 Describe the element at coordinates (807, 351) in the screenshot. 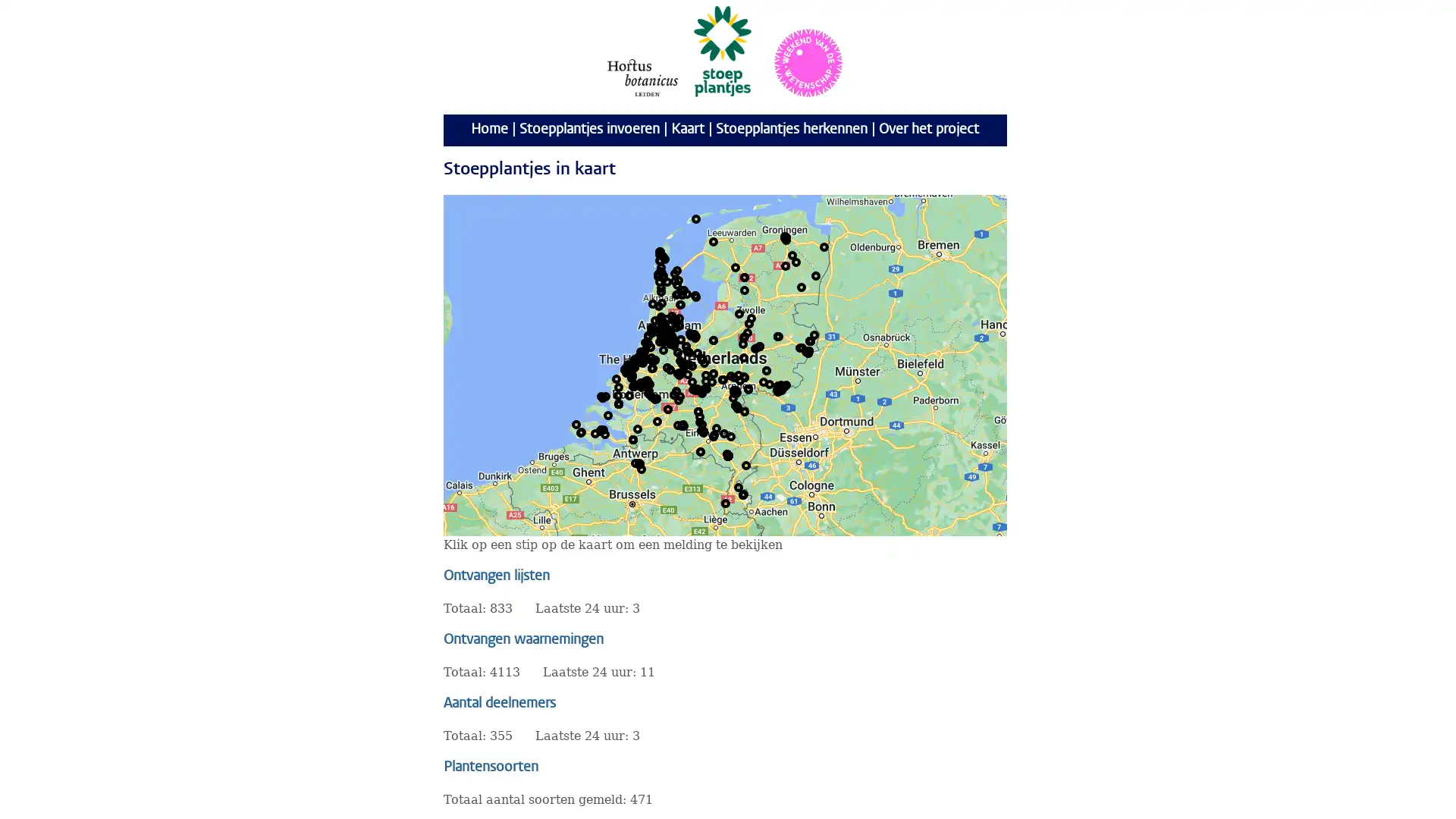

I see `Telling van Marcel Meijer Hof op 21 januari 2022` at that location.